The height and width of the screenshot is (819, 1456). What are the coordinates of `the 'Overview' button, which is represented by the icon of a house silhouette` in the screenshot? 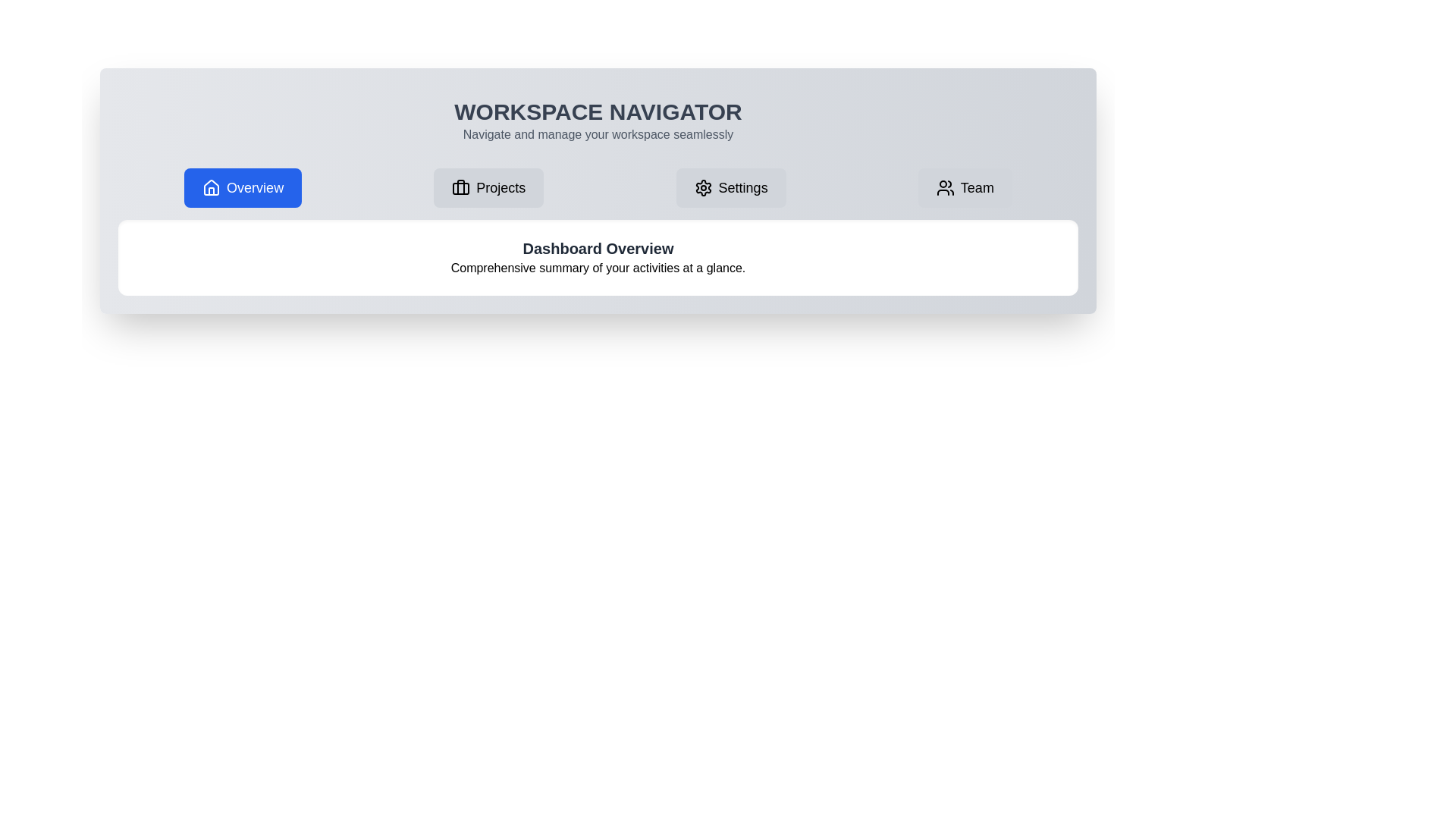 It's located at (211, 187).